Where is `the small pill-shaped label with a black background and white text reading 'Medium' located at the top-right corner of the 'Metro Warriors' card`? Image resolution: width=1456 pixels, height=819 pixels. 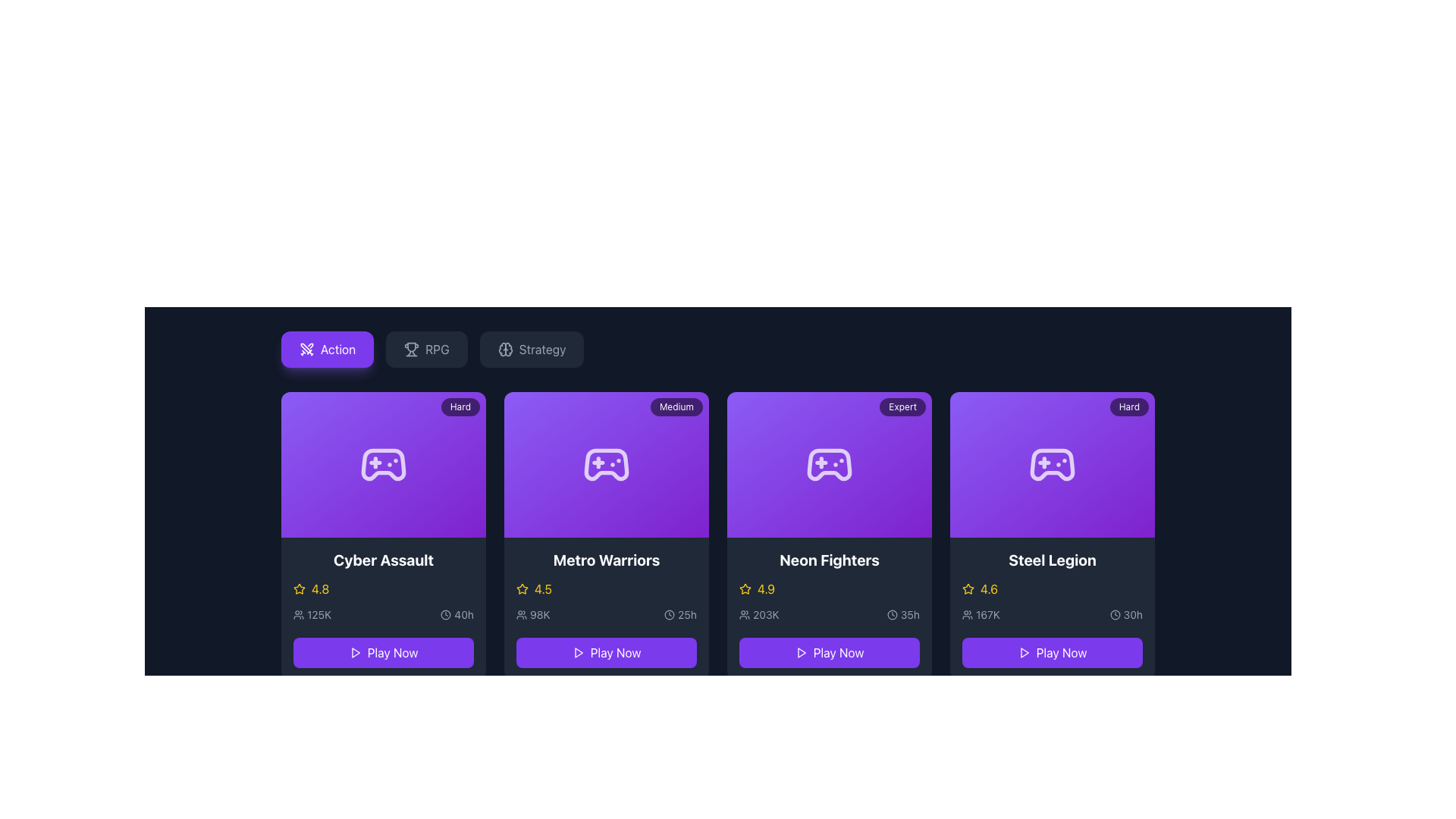 the small pill-shaped label with a black background and white text reading 'Medium' located at the top-right corner of the 'Metro Warriors' card is located at coordinates (676, 406).